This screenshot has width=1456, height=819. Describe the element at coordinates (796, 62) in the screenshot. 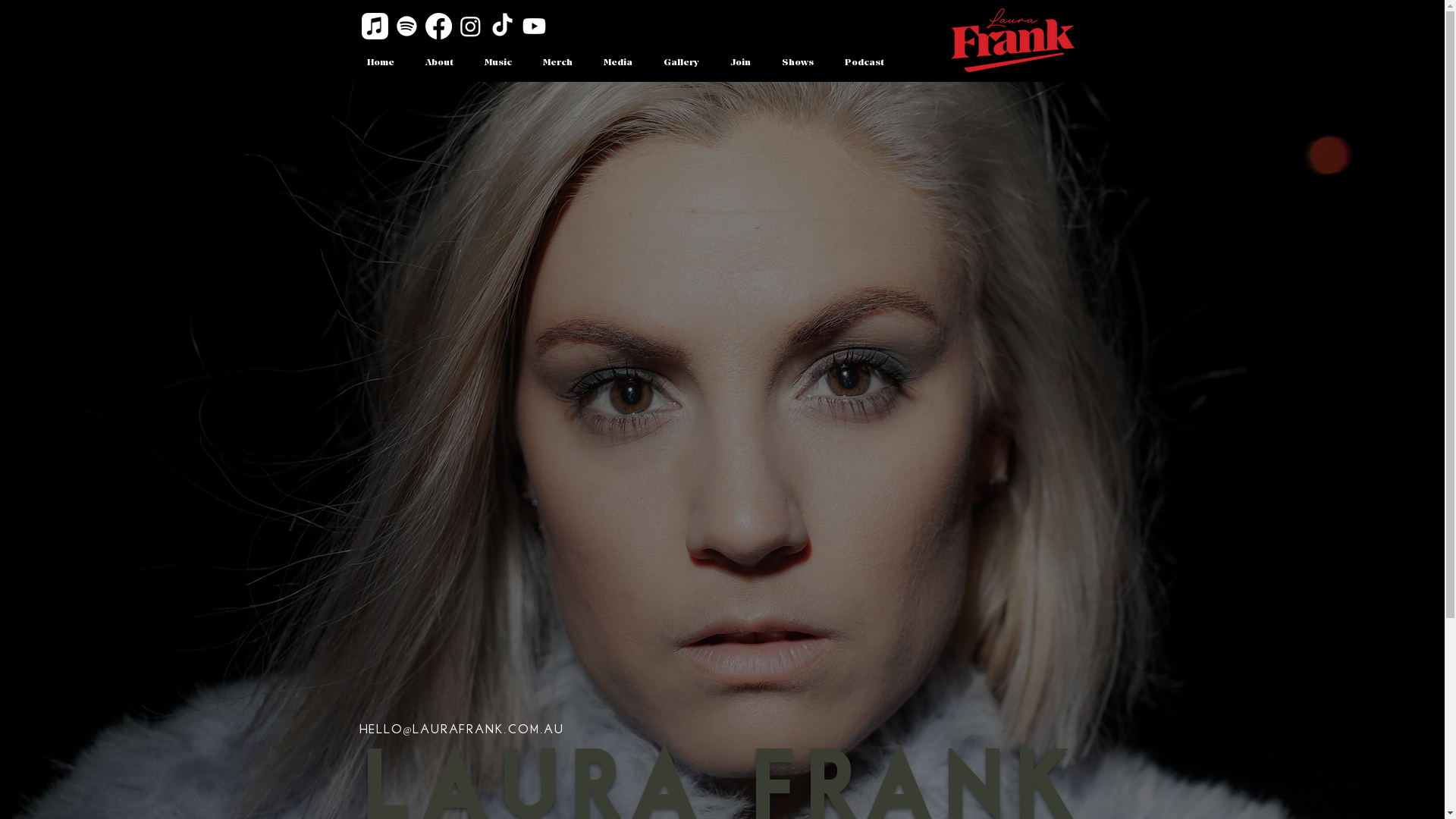

I see `'Shows'` at that location.